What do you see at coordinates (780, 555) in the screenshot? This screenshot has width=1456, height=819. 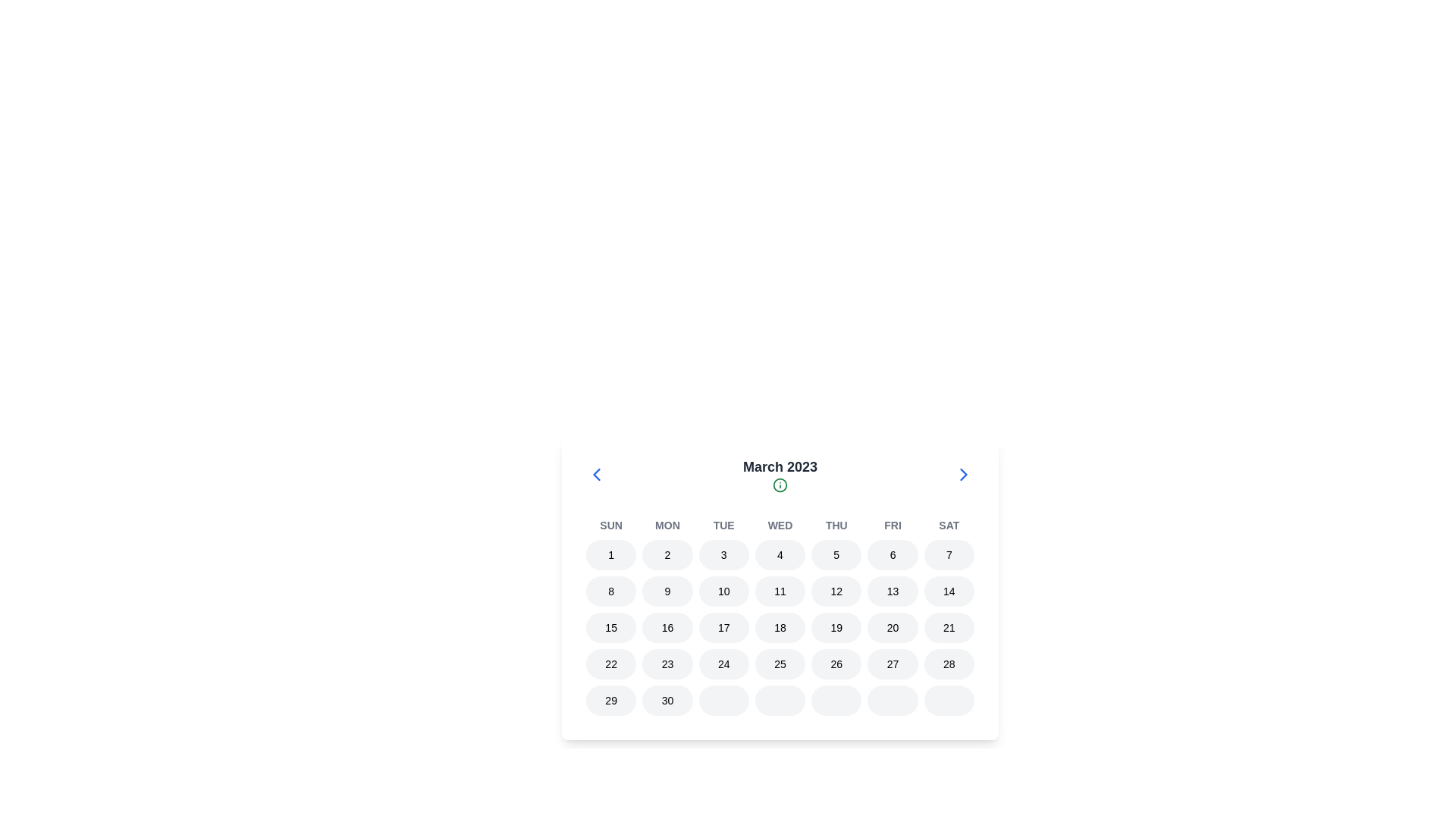 I see `the circular button with the text '4' to trigger a visual change` at bounding box center [780, 555].